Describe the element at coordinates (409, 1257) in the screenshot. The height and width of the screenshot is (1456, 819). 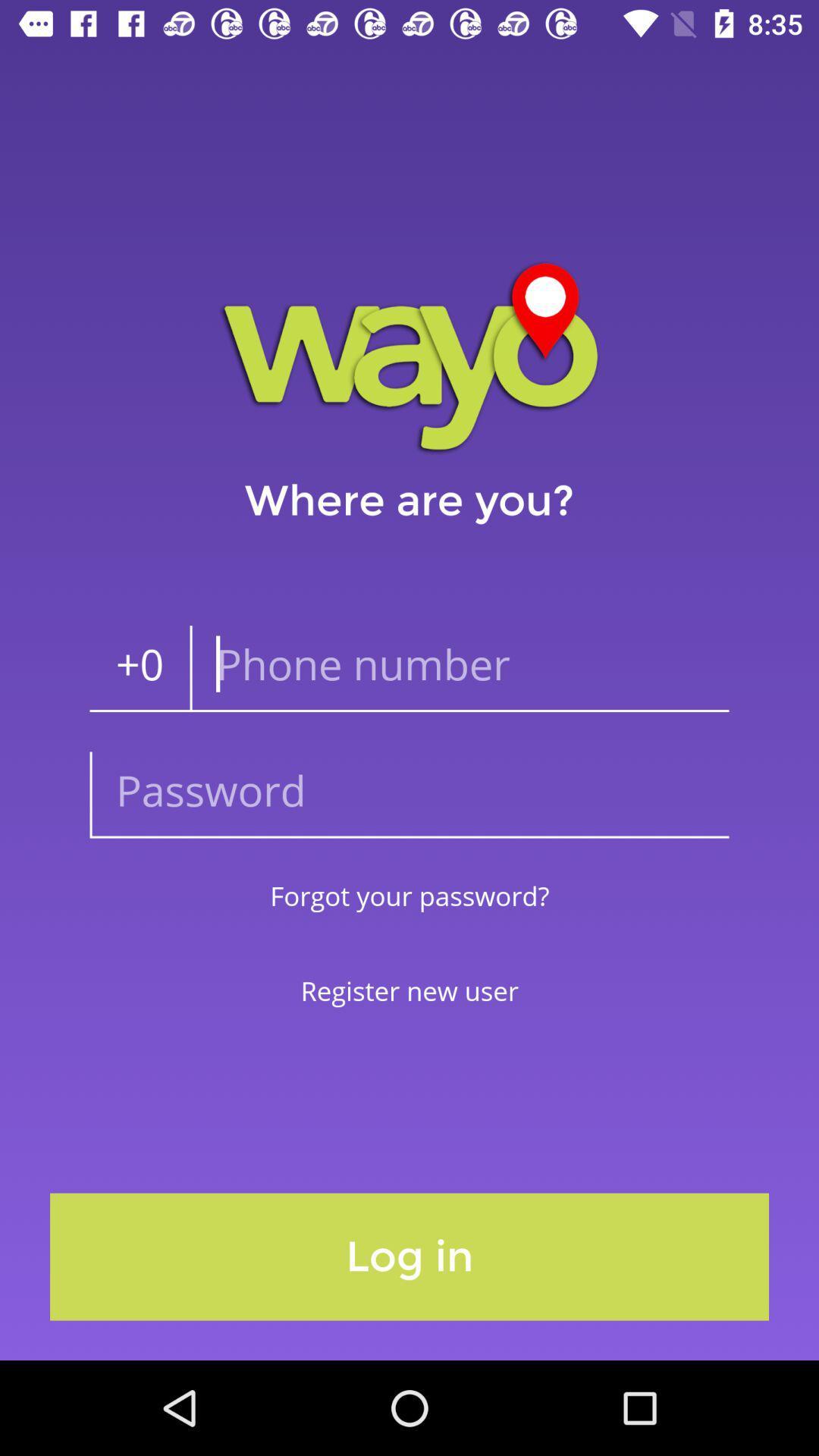
I see `the icon below register new user icon` at that location.